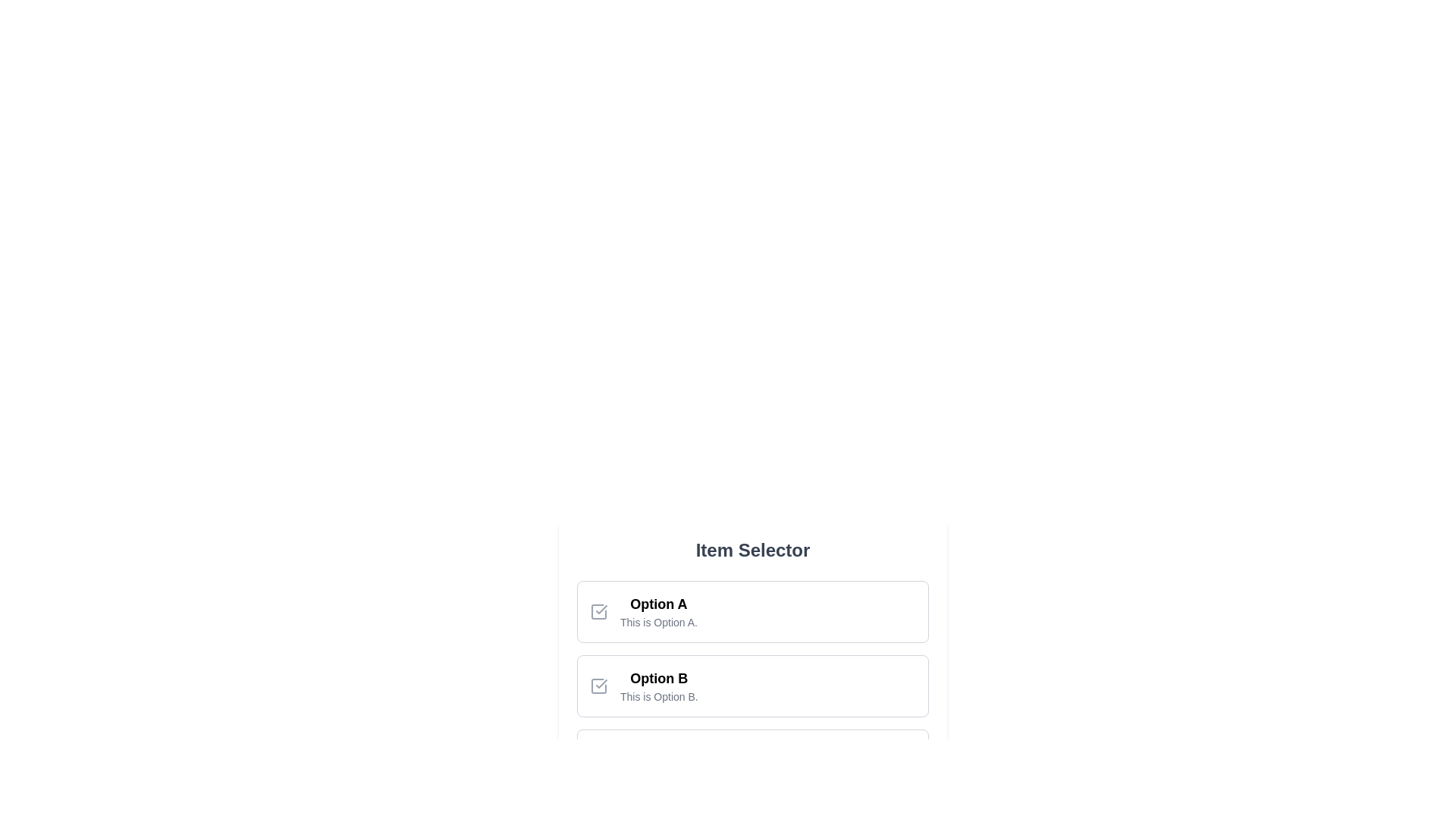 The height and width of the screenshot is (819, 1456). What do you see at coordinates (658, 604) in the screenshot?
I see `text label displaying 'Option A', which is the first selectable item in the 'Item Selector' section` at bounding box center [658, 604].